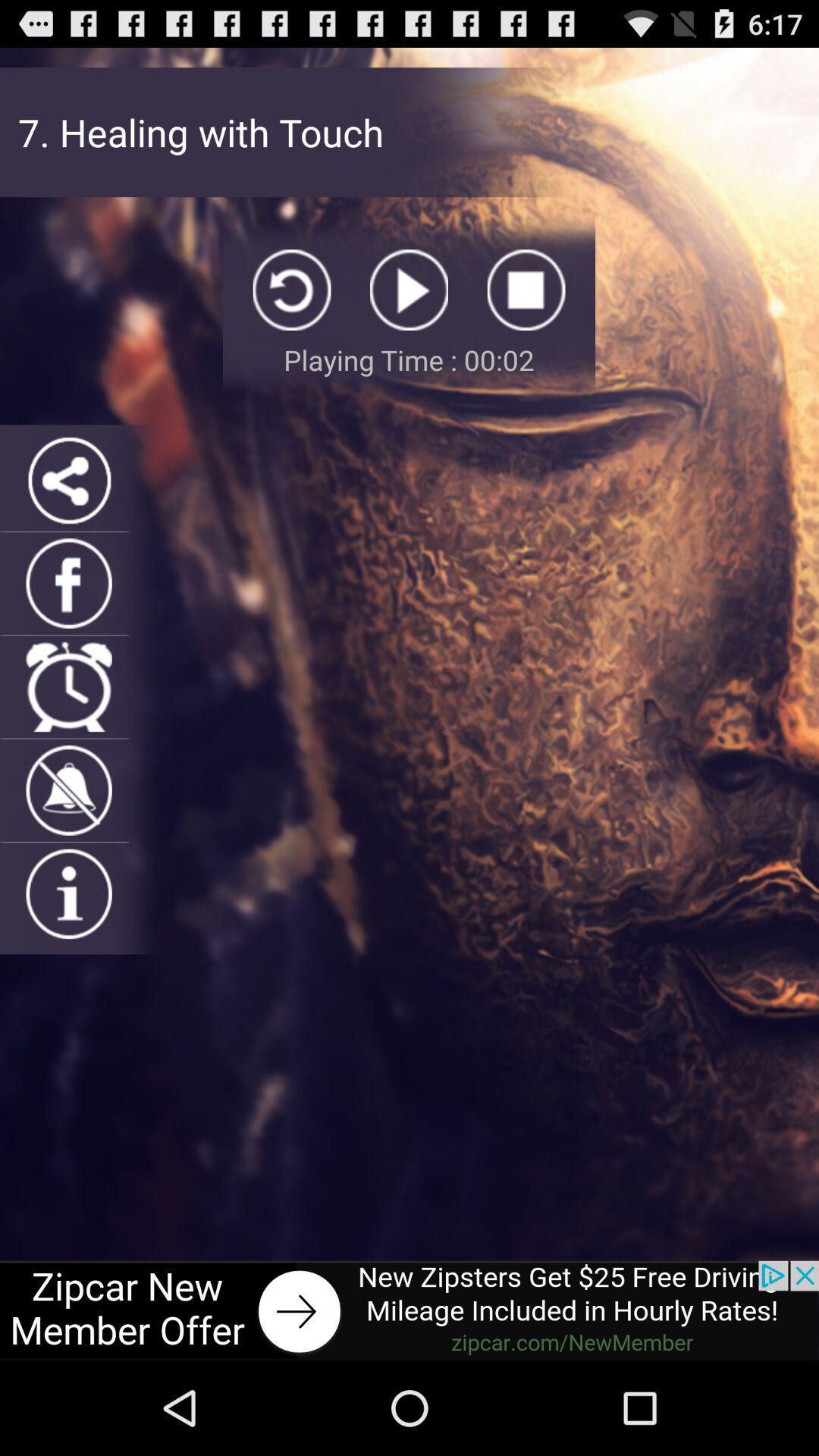 This screenshot has width=819, height=1456. I want to click on the facebook icon, so click(69, 624).